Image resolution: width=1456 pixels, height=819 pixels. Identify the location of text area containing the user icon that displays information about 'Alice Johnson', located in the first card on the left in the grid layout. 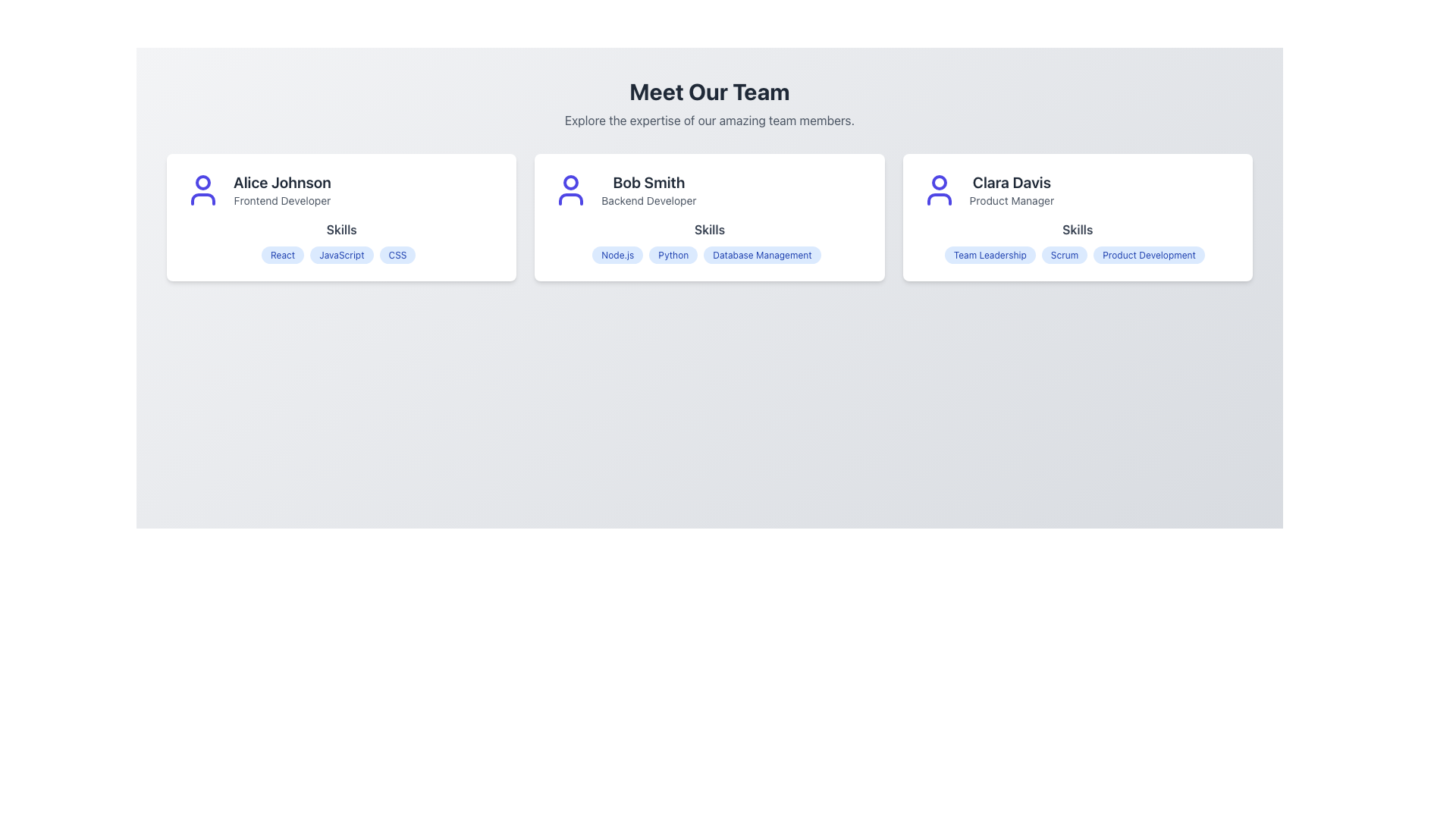
(340, 189).